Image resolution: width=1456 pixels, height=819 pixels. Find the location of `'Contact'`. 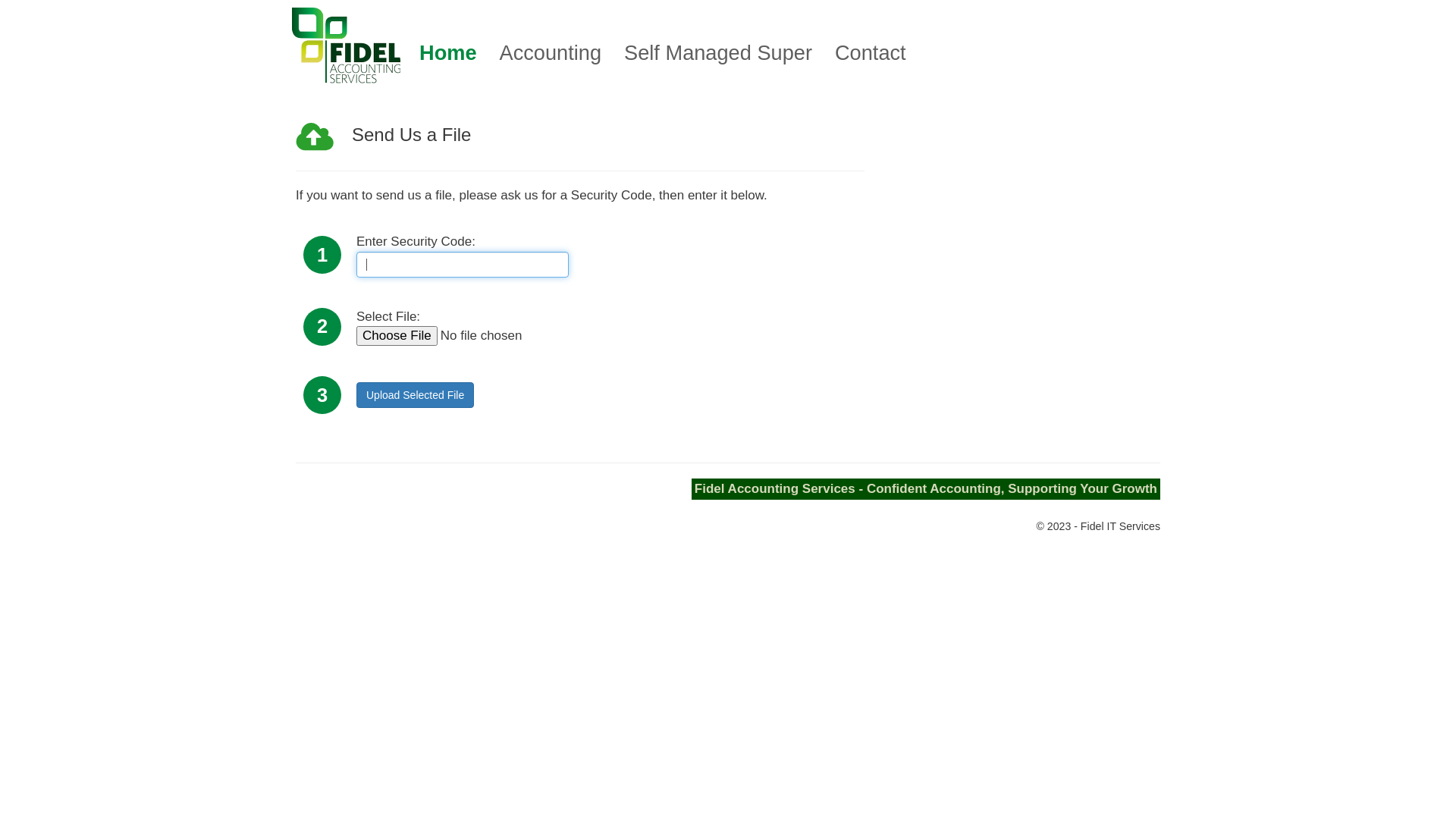

'Contact' is located at coordinates (870, 52).